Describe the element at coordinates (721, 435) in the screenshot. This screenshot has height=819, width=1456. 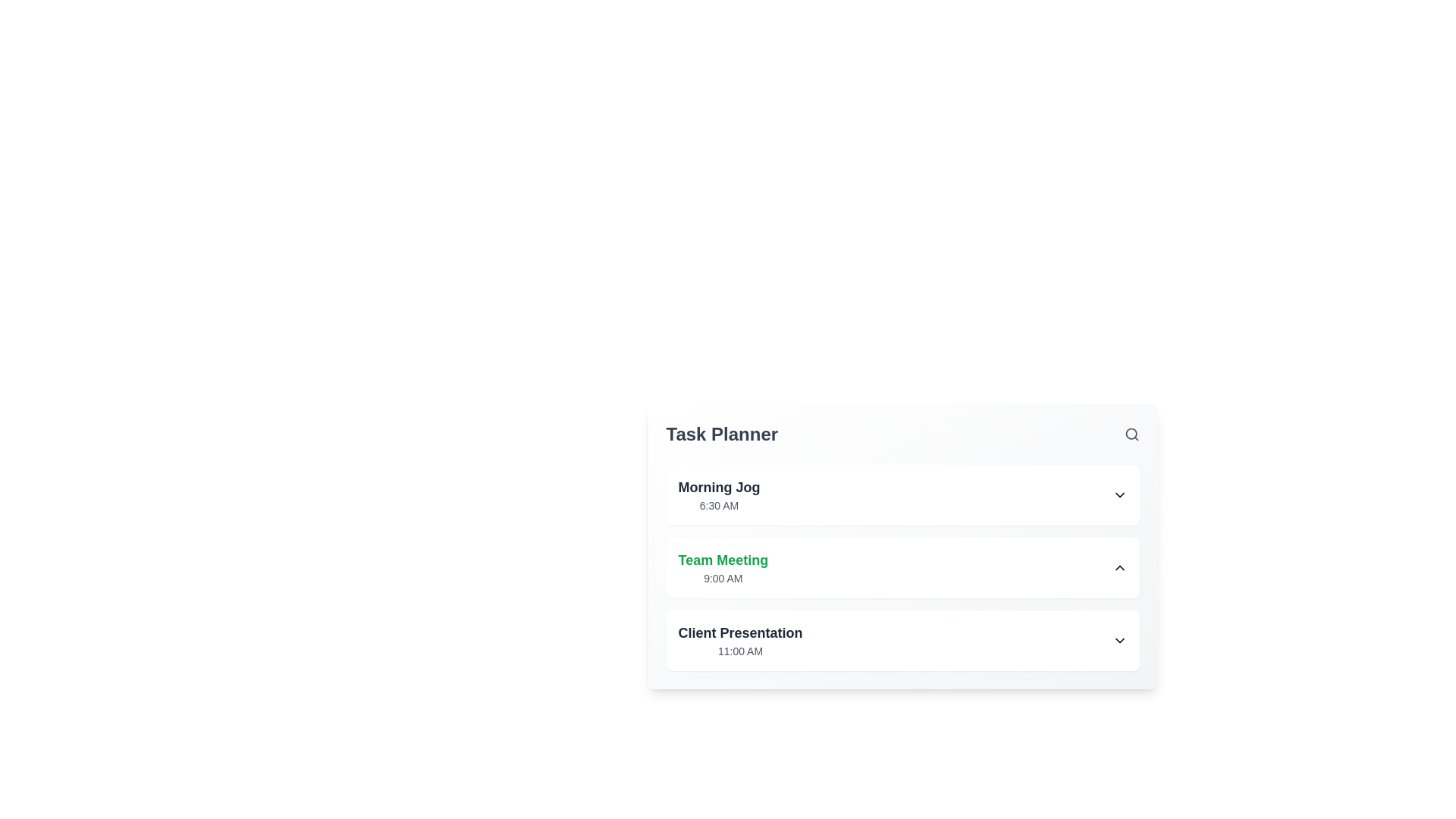
I see `text from the 'Task Planner' text label, which is prominently displayed in a bold and large font at the top-left of the header` at that location.